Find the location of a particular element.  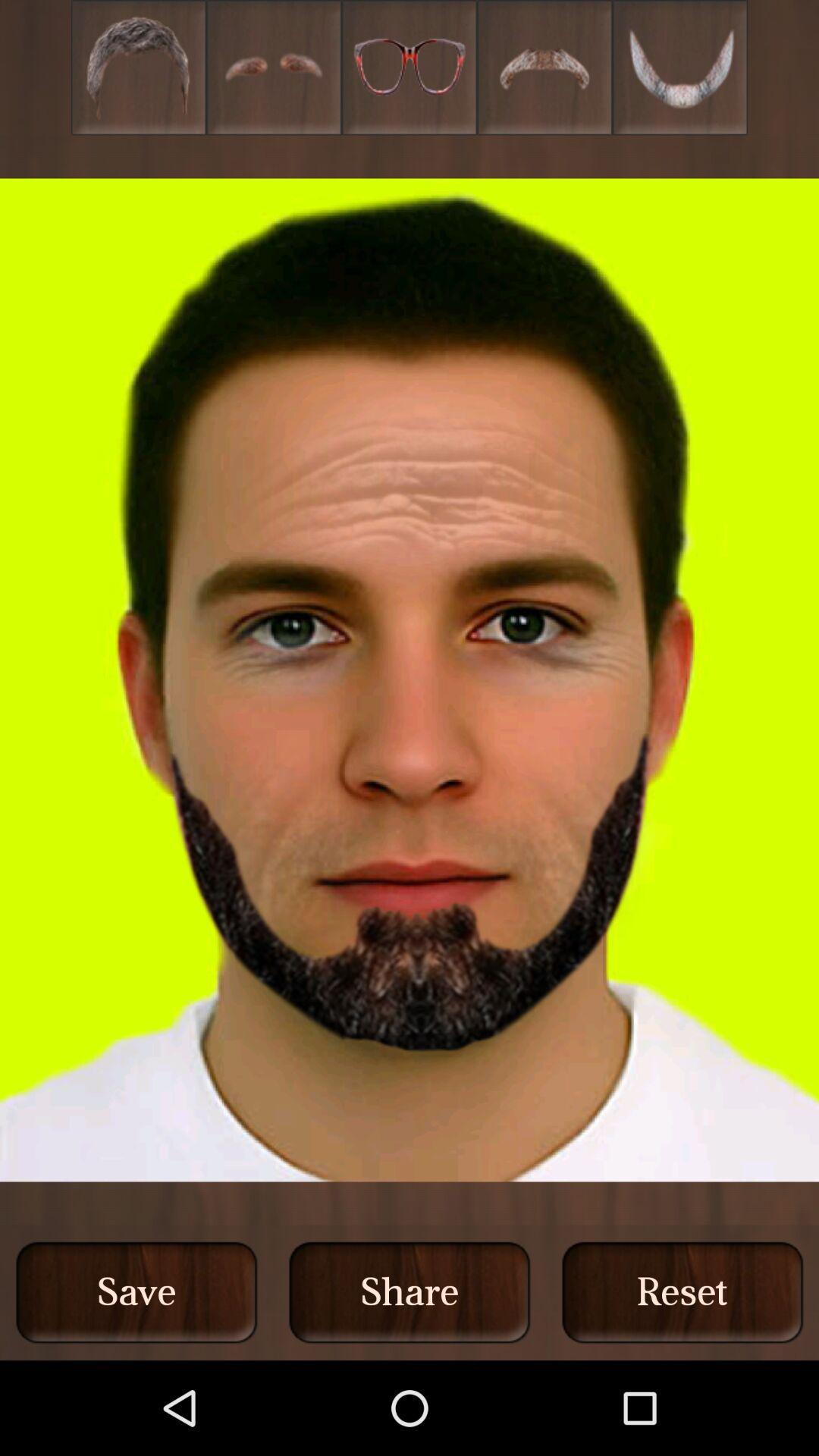

the twitter icon is located at coordinates (679, 71).